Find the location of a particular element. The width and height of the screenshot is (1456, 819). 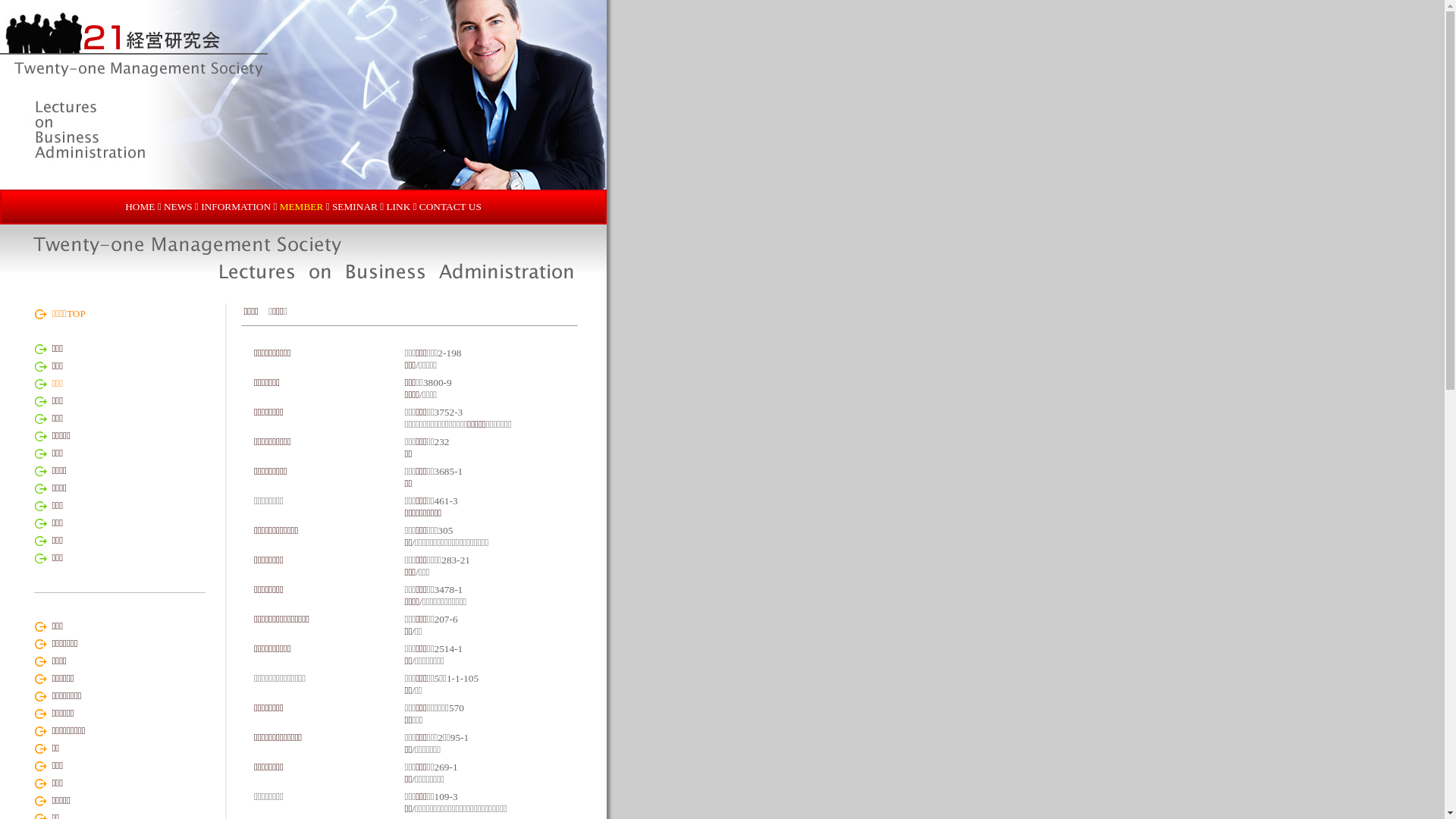

'HOME' is located at coordinates (140, 206).